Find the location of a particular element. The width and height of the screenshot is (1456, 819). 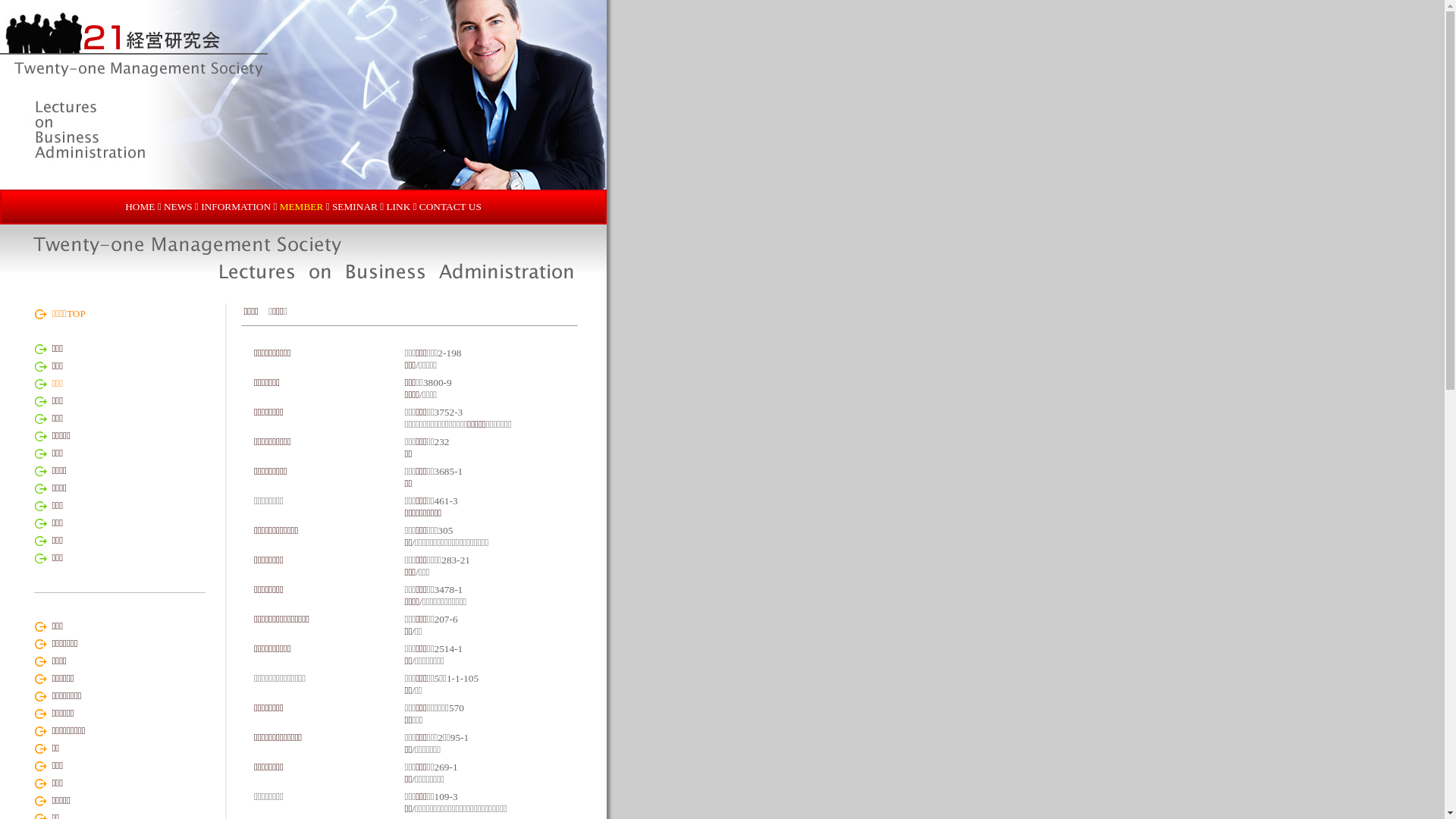

'HOME' is located at coordinates (140, 206).